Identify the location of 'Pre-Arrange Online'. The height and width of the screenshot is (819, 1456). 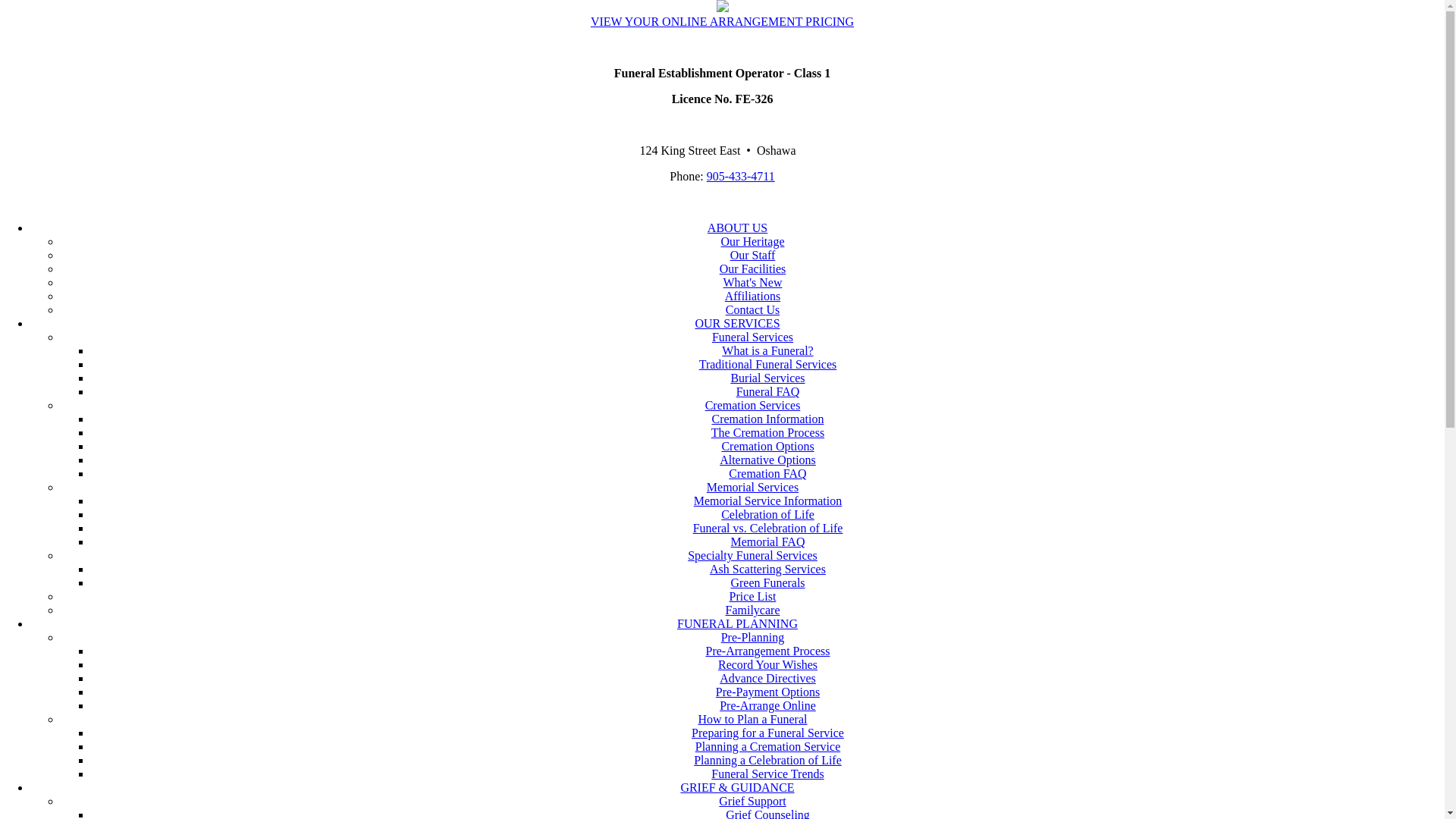
(719, 705).